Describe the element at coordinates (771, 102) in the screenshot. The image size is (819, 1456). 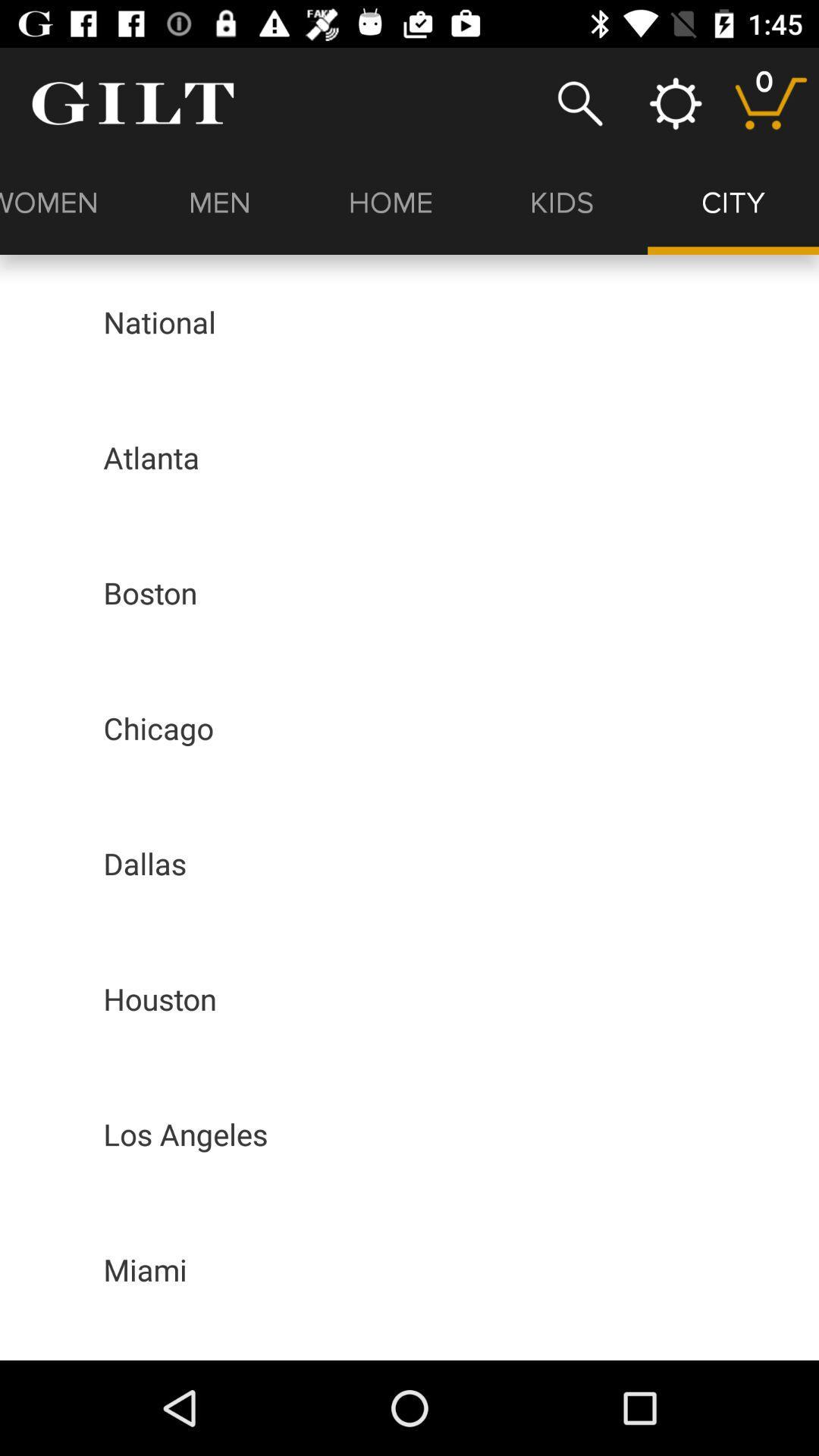
I see `shopping cart see what you 're buying` at that location.